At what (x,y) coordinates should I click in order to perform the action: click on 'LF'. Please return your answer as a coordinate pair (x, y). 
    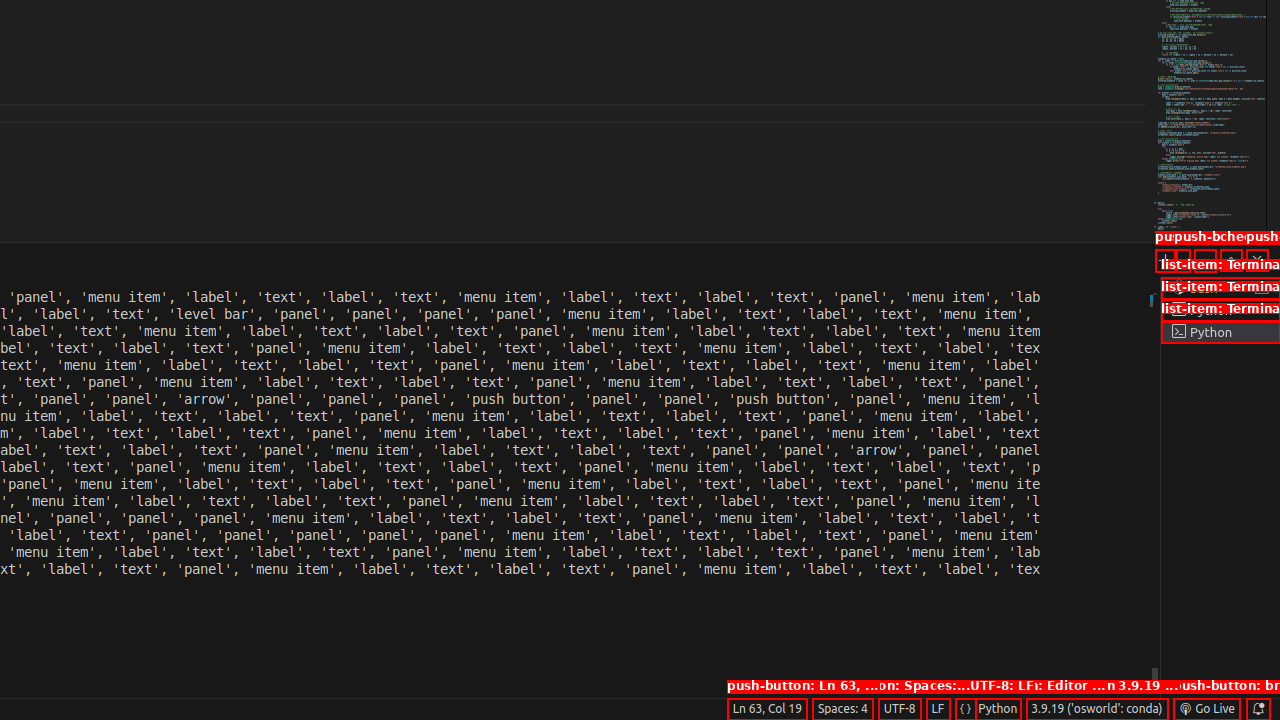
    Looking at the image, I should click on (936, 707).